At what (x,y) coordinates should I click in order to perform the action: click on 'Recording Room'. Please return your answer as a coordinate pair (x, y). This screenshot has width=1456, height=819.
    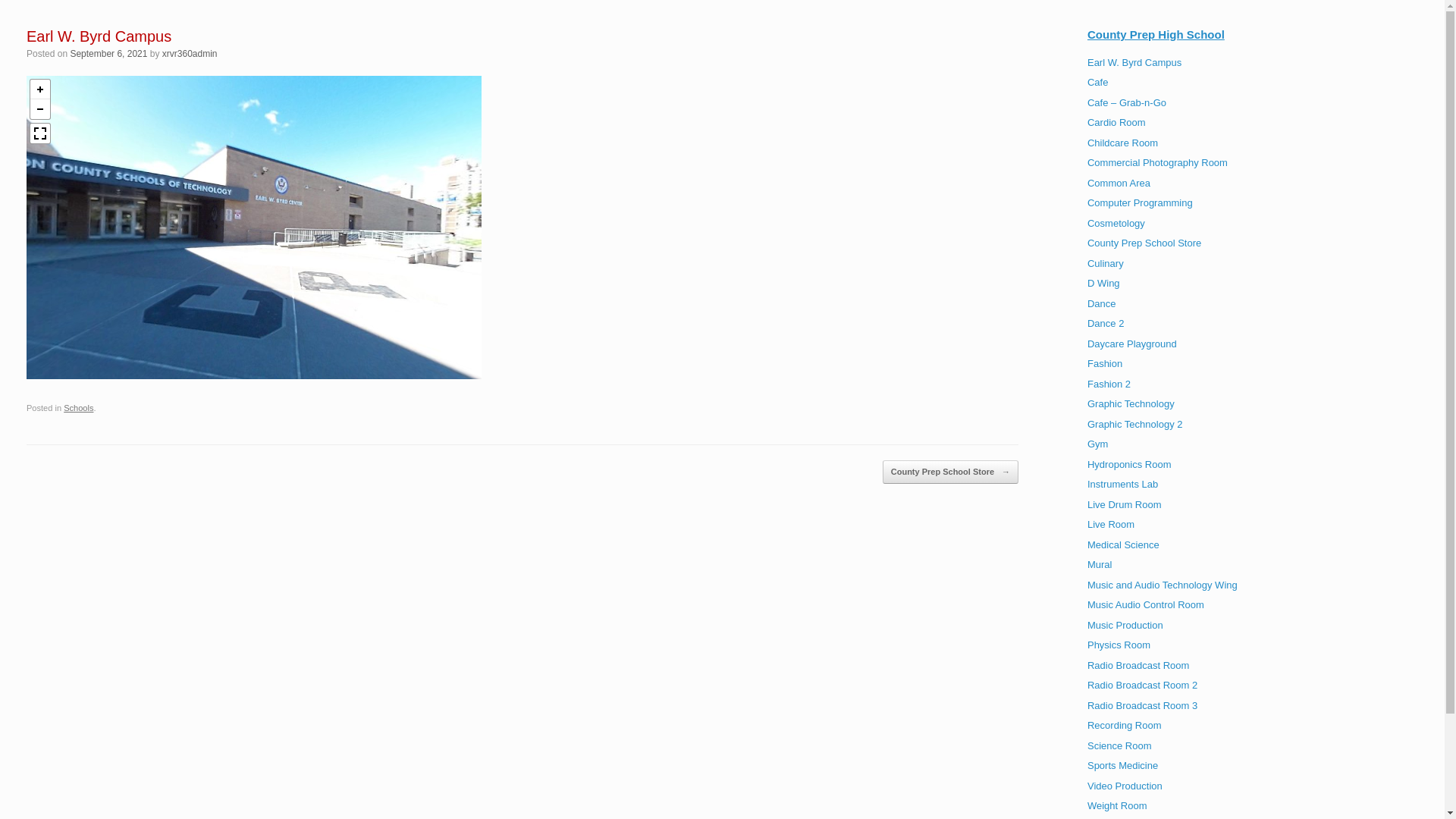
    Looking at the image, I should click on (1125, 724).